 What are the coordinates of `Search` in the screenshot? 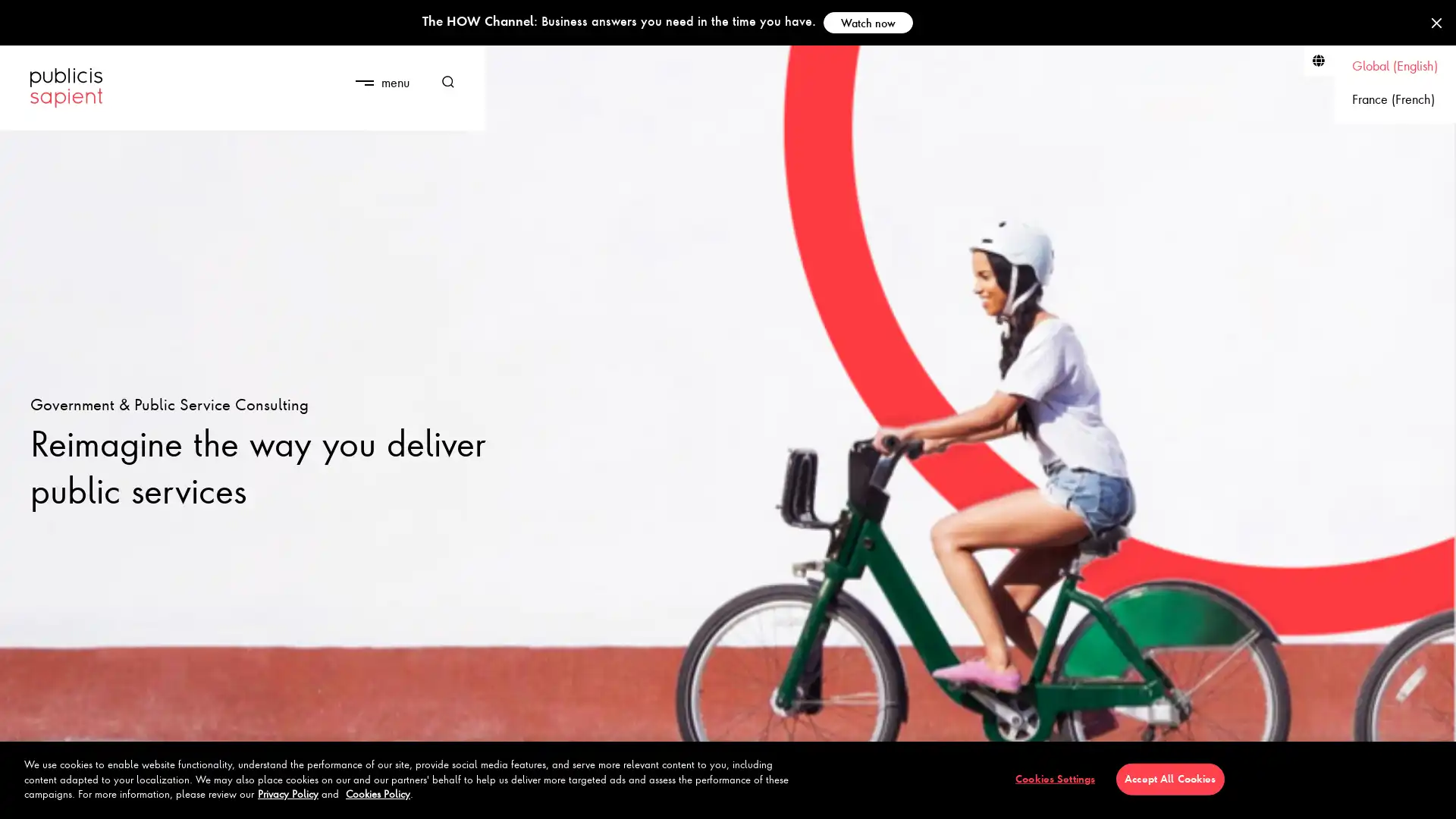 It's located at (442, 82).